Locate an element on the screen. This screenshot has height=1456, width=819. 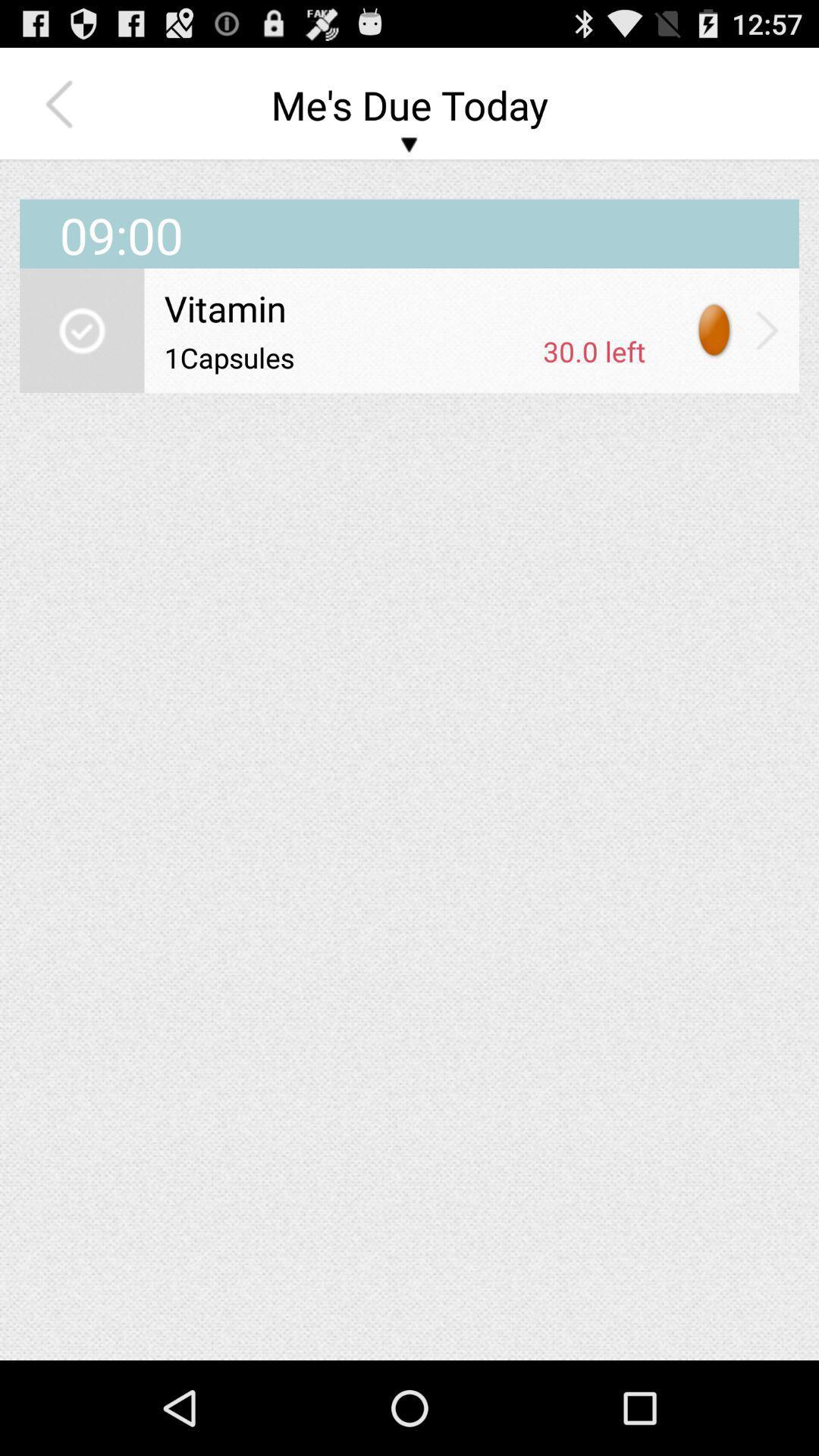
item to the right of 1capsules app is located at coordinates (593, 350).